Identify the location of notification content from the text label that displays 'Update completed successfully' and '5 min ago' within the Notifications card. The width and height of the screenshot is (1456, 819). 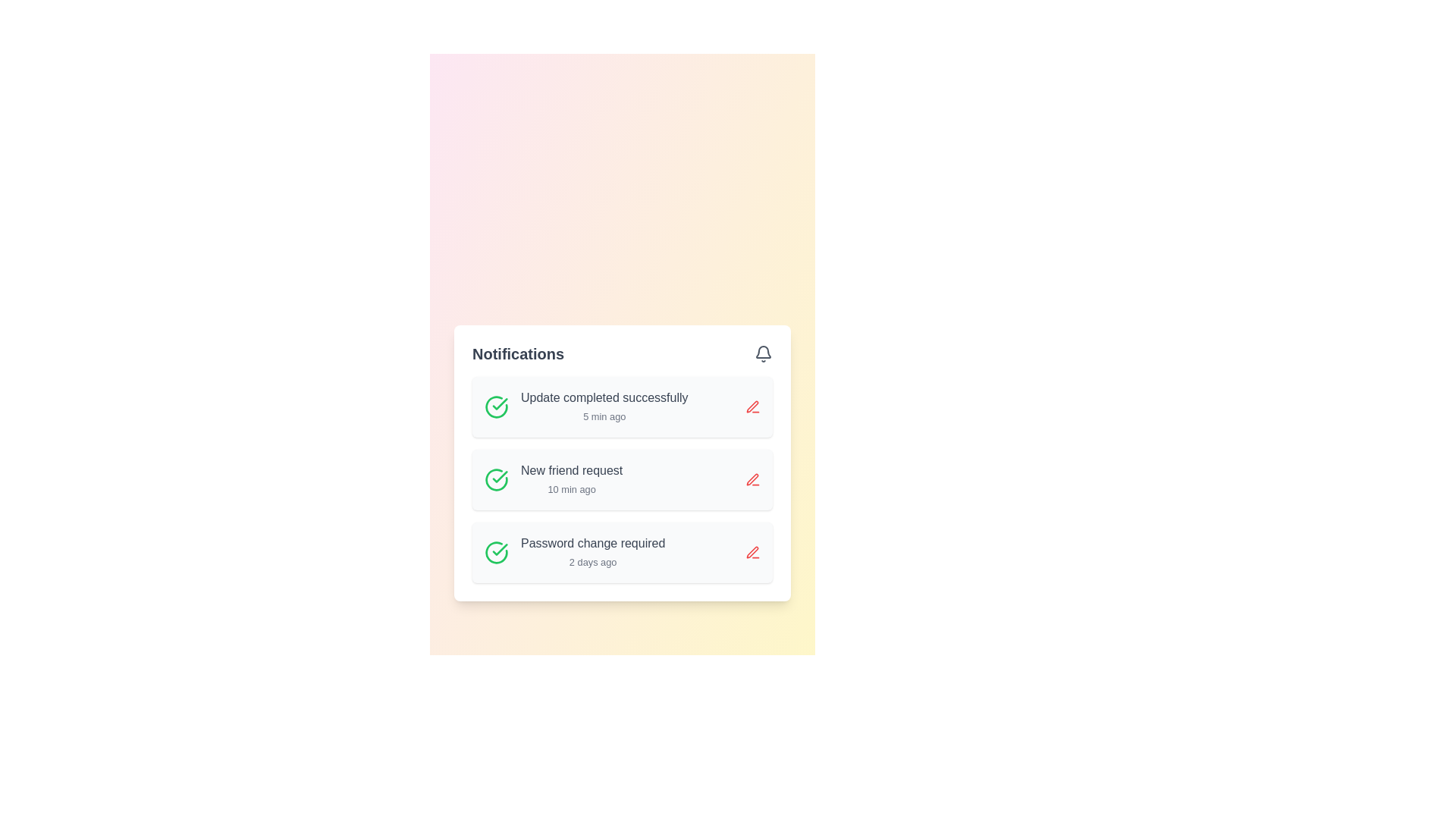
(604, 406).